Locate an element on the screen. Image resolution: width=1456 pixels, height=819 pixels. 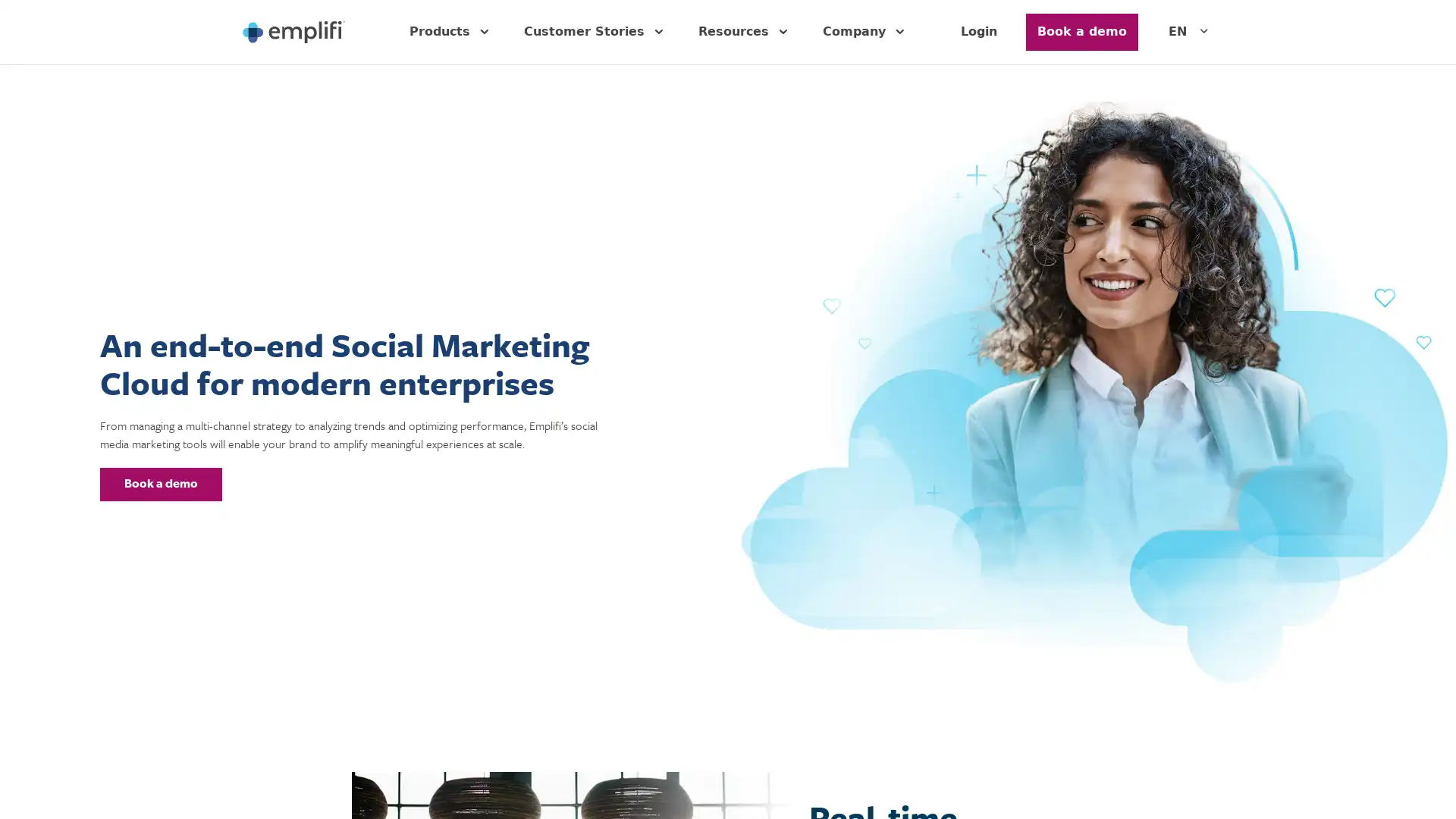
EN is located at coordinates (1190, 32).